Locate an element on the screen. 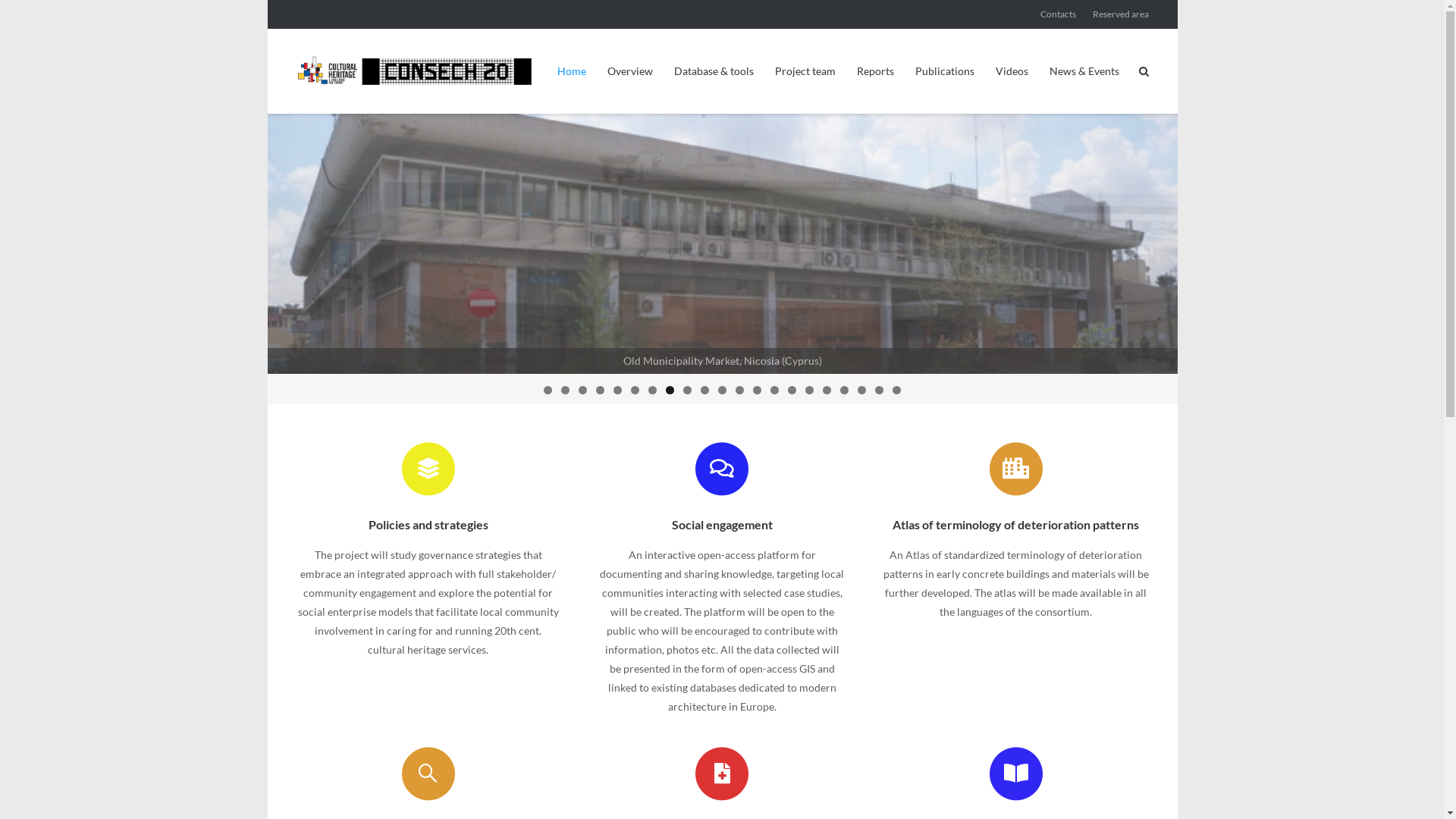  '3' is located at coordinates (578, 389).